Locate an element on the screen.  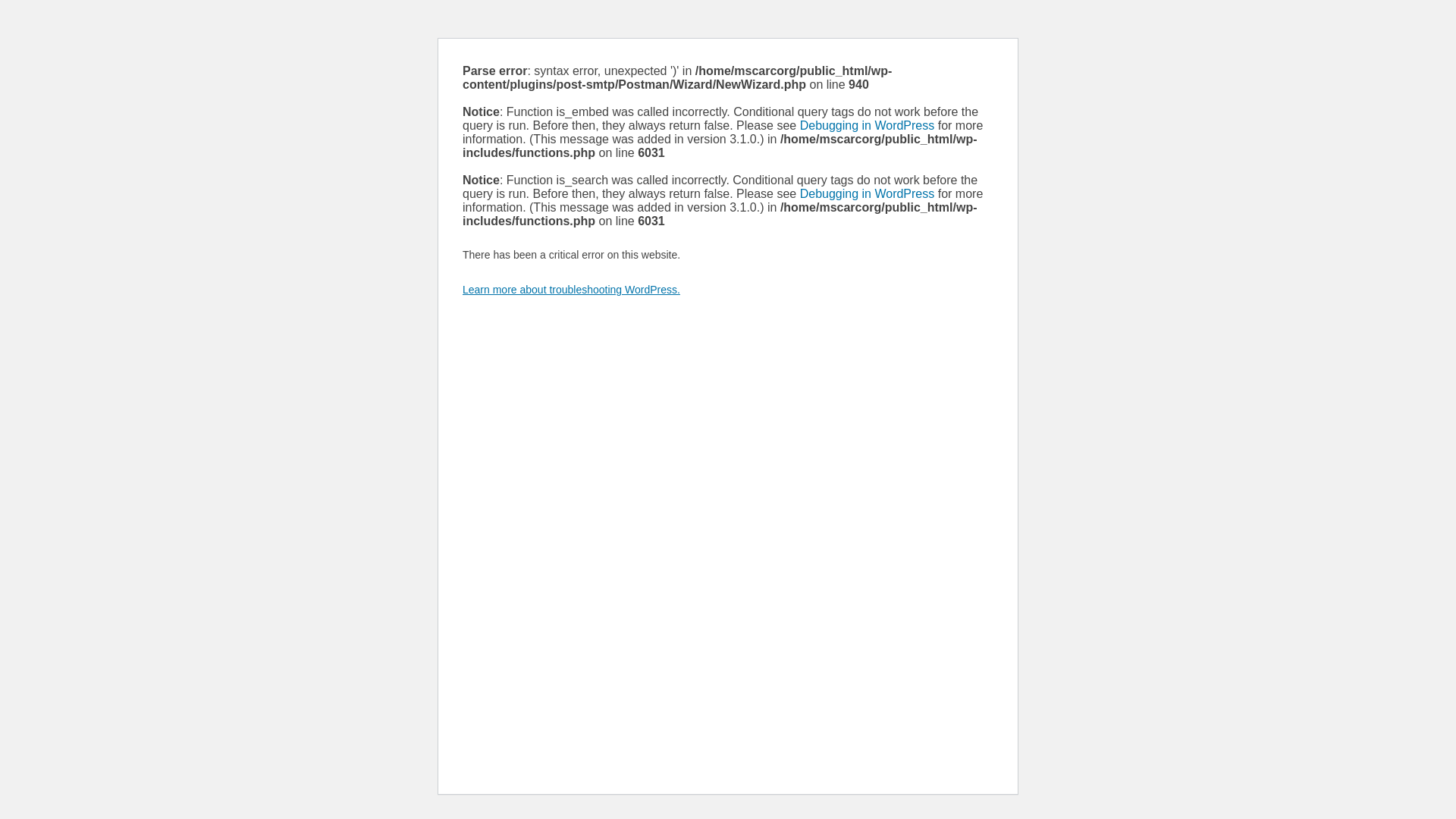
'Debugging in WordPress' is located at coordinates (867, 193).